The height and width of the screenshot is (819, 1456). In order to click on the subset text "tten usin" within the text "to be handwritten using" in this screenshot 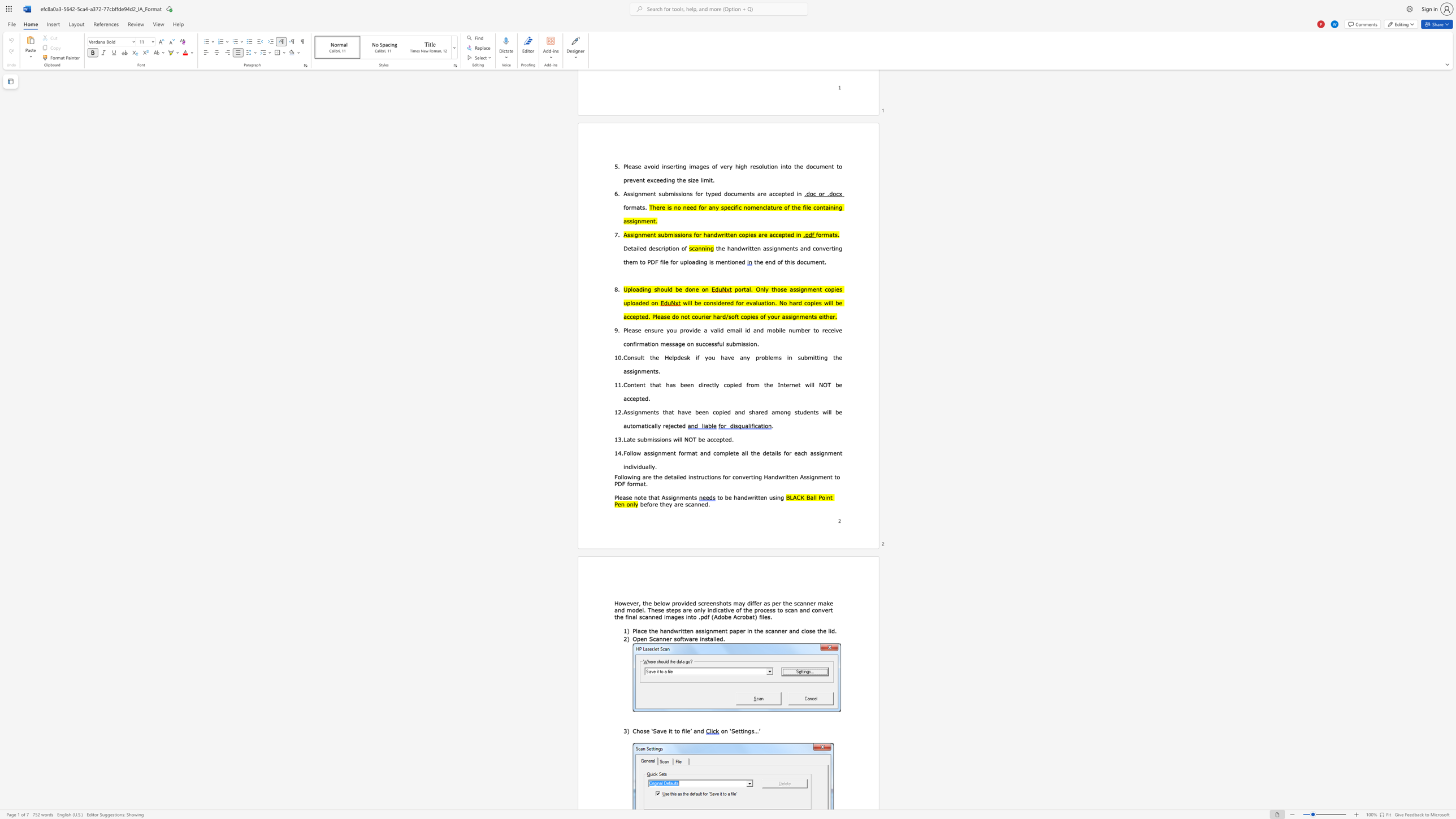, I will do `click(755, 496)`.